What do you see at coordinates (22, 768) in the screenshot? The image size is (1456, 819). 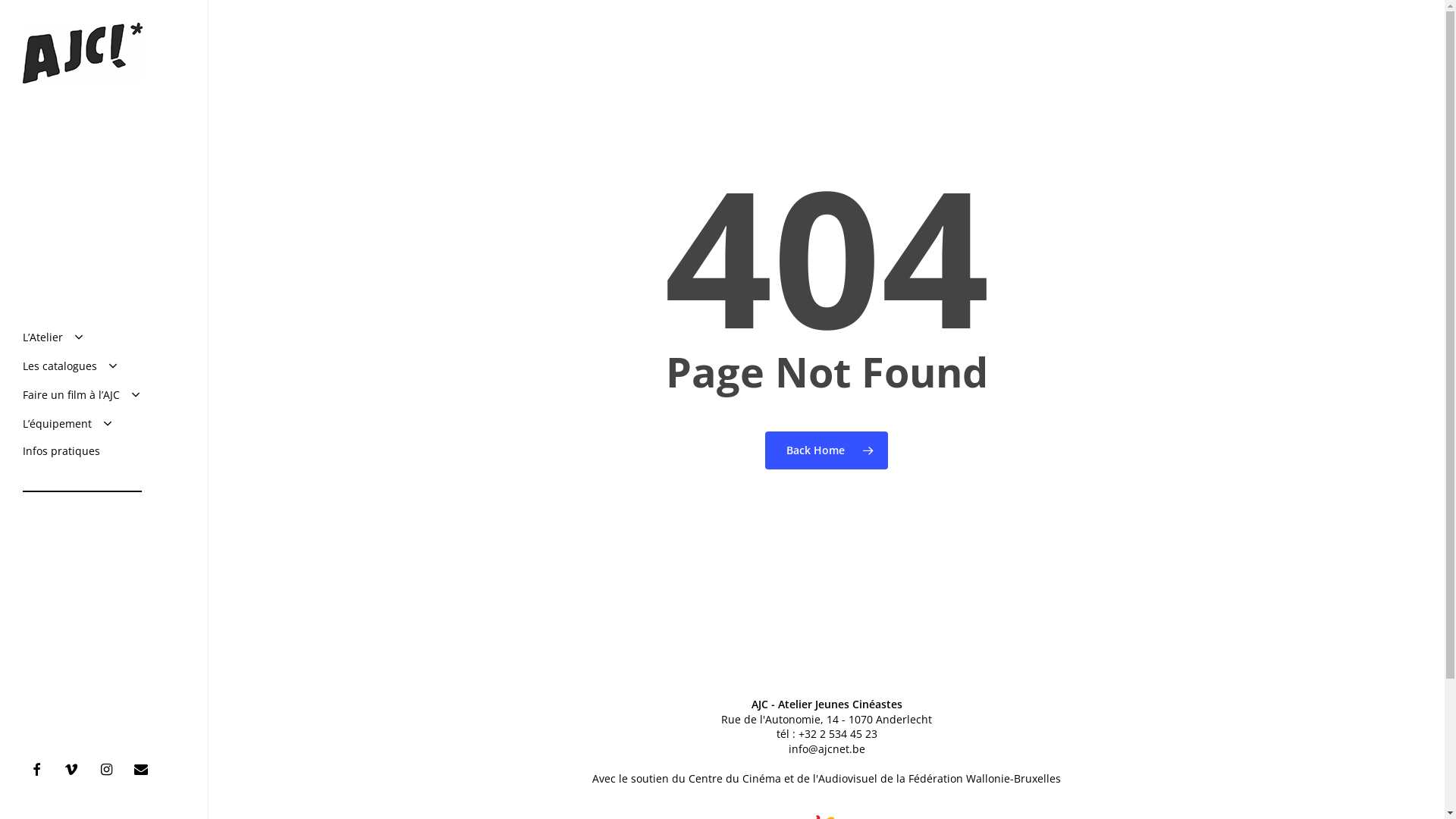 I see `'facebook'` at bounding box center [22, 768].